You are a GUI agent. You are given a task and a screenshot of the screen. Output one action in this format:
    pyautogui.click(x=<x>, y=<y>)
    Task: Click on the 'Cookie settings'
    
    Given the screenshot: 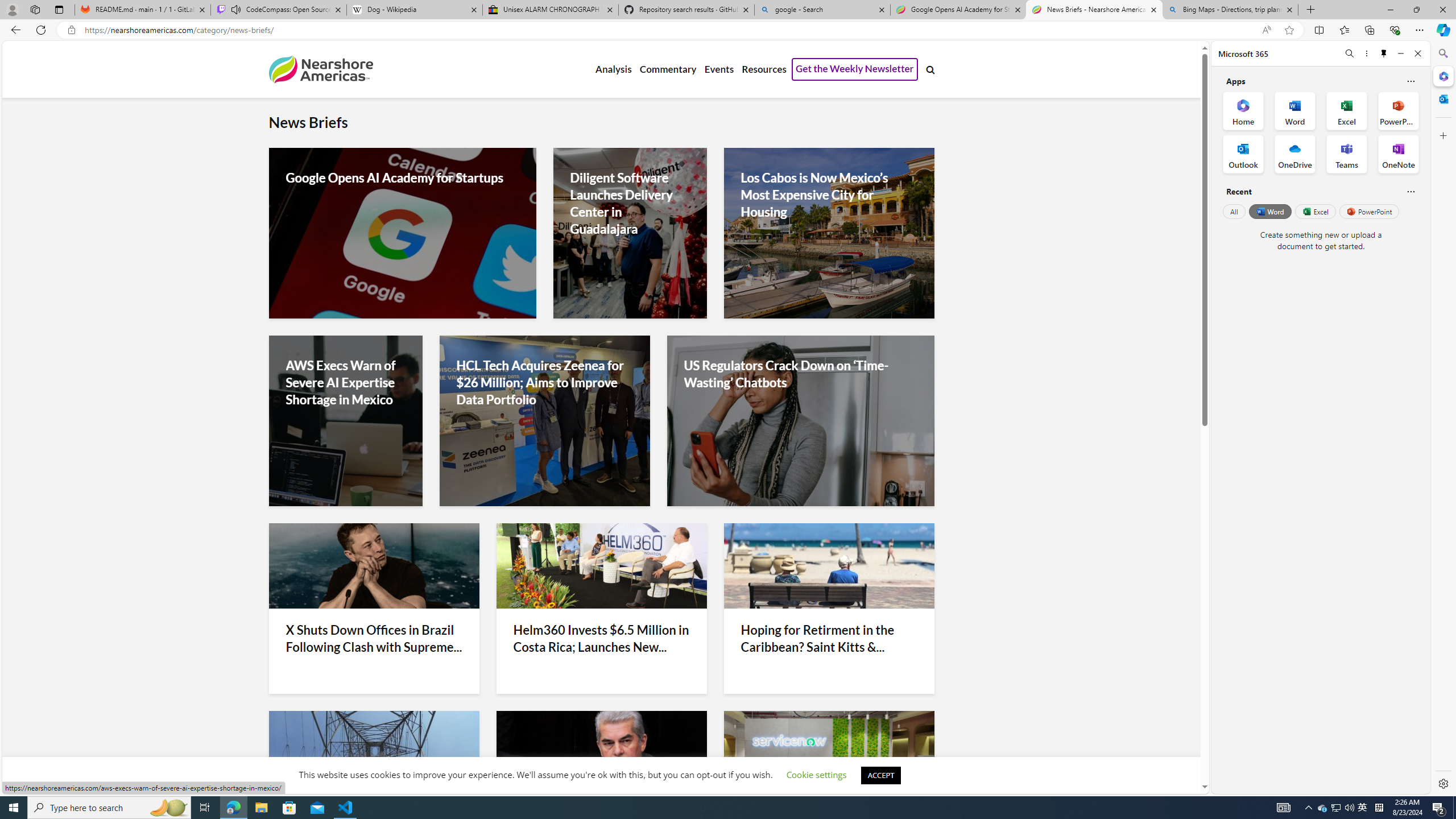 What is the action you would take?
    pyautogui.click(x=816, y=775)
    